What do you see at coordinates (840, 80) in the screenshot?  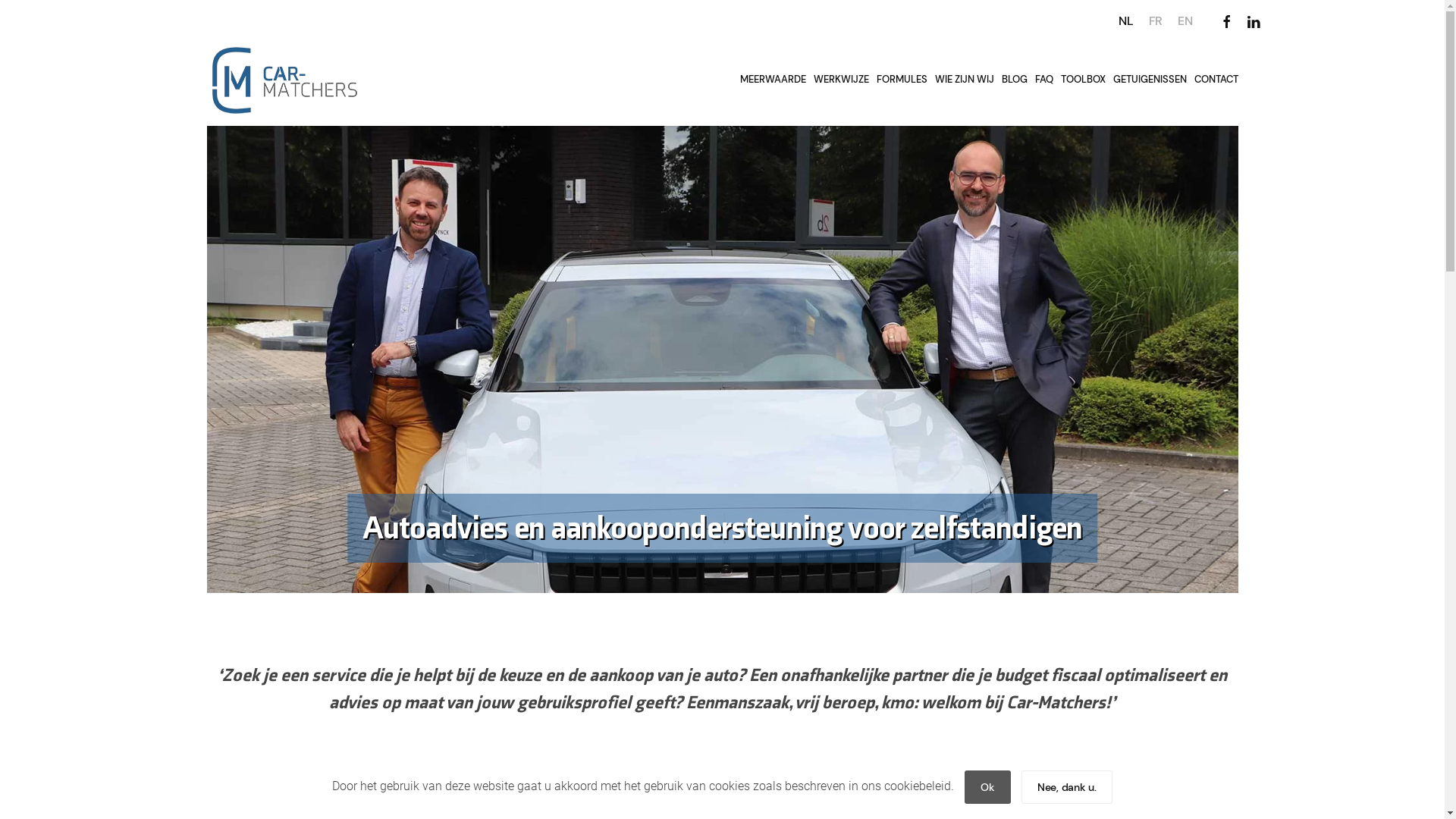 I see `'WERKWIJZE'` at bounding box center [840, 80].